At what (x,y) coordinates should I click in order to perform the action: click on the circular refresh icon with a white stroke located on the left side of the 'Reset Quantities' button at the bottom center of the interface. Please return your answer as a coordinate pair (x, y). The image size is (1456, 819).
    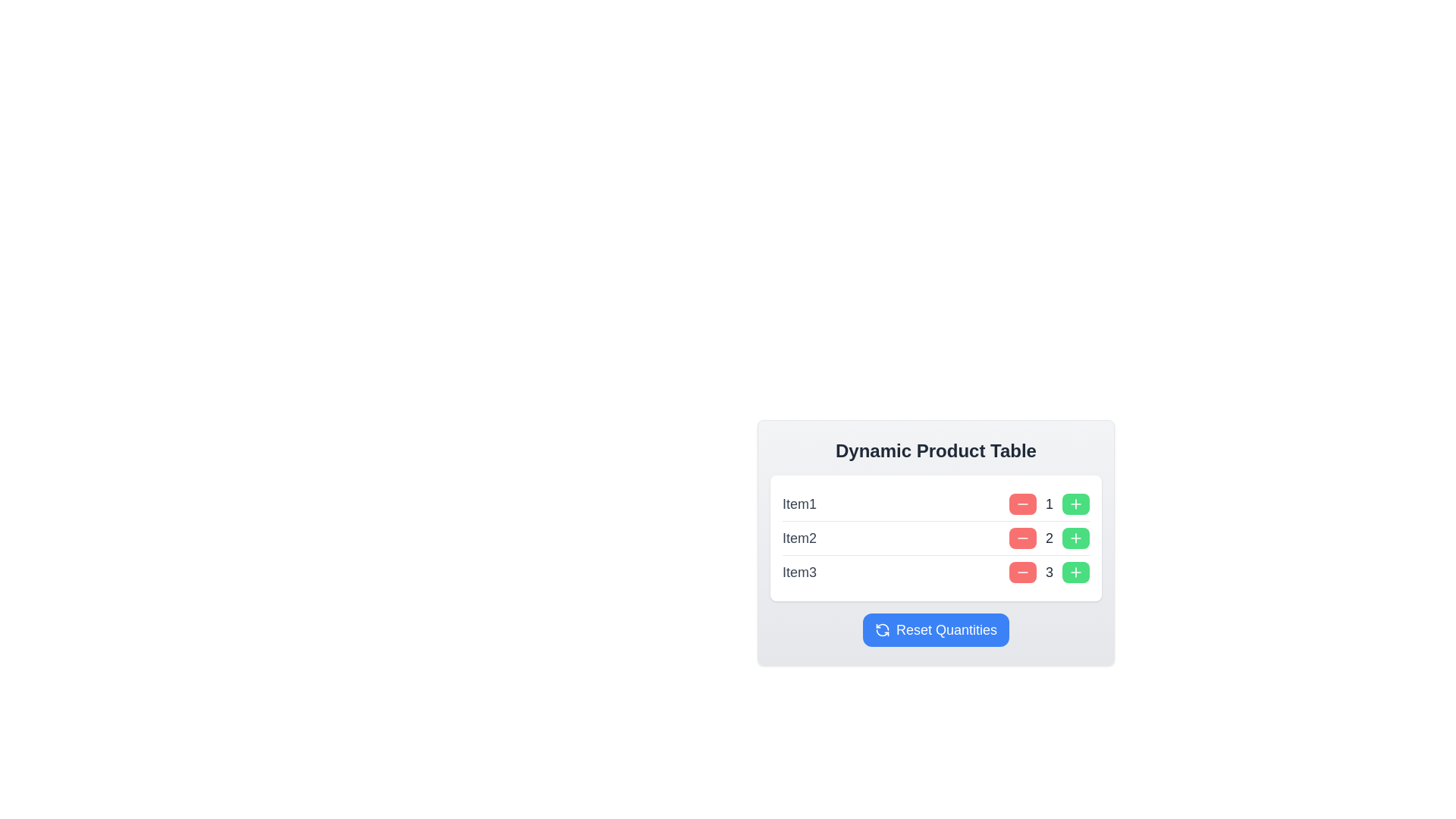
    Looking at the image, I should click on (882, 629).